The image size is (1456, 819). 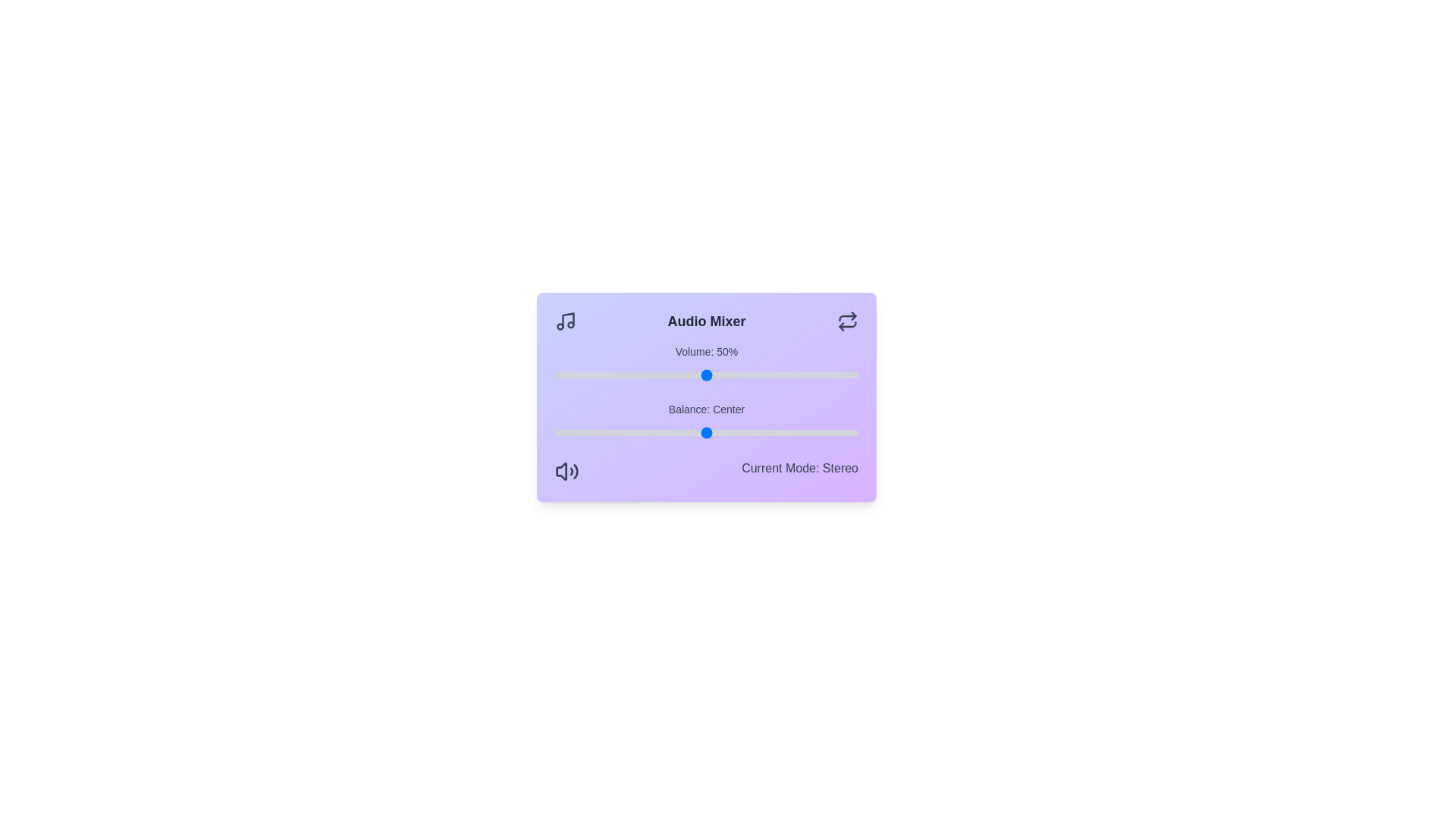 What do you see at coordinates (648, 375) in the screenshot?
I see `the volume to 31%` at bounding box center [648, 375].